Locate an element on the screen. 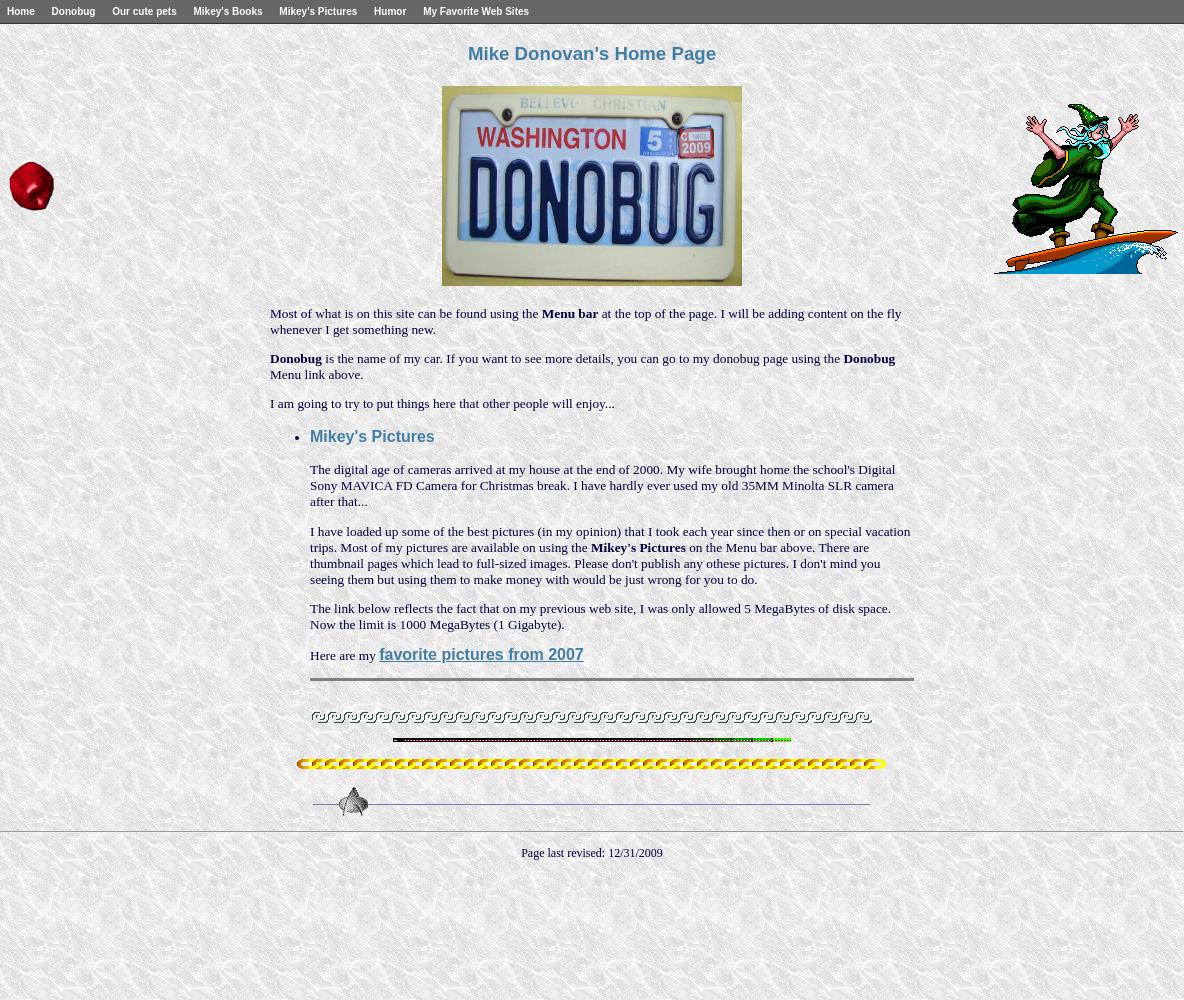 The width and height of the screenshot is (1184, 1000). 'I am going to try to put things here that other people will enjoy...' is located at coordinates (441, 403).